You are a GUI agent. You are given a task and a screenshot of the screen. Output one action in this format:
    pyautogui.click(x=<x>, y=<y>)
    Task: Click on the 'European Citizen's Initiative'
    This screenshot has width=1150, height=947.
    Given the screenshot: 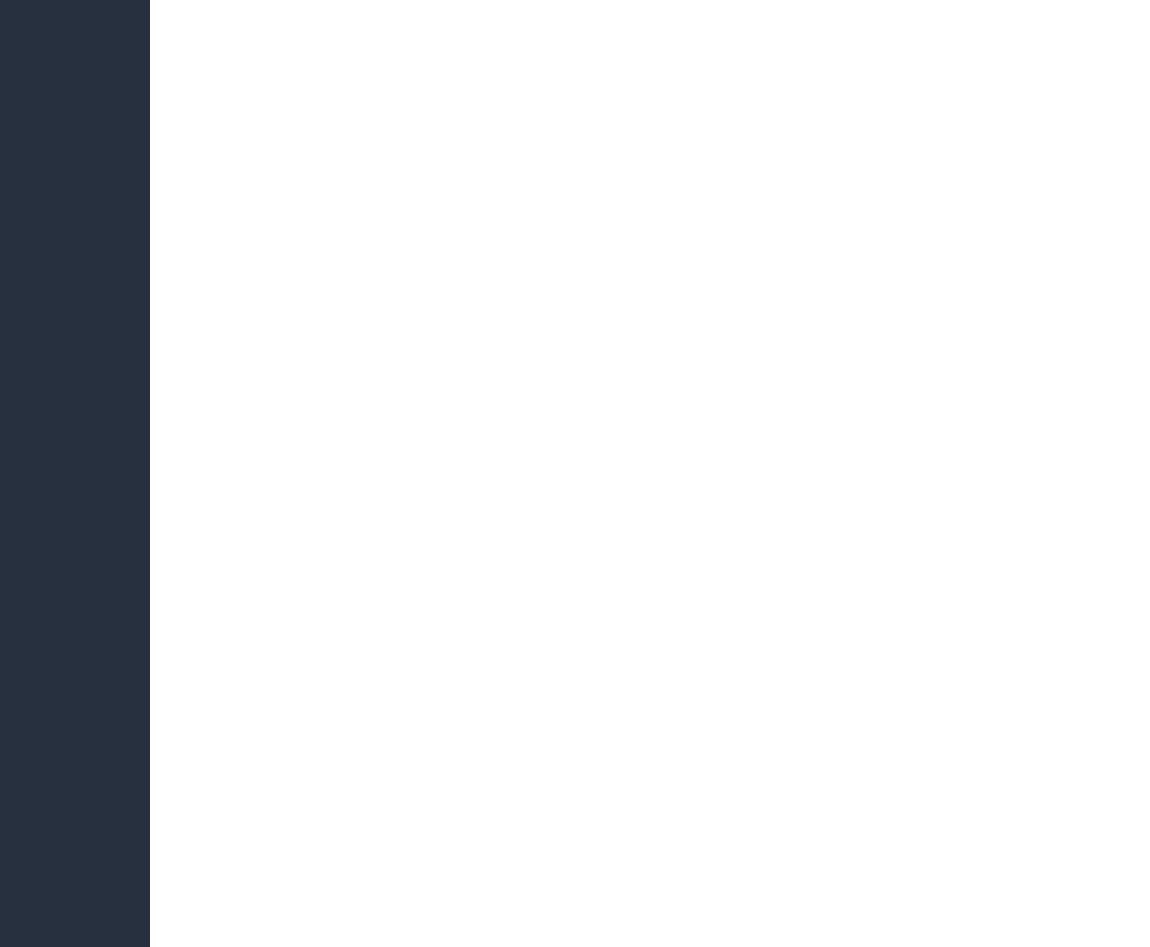 What is the action you would take?
    pyautogui.click(x=848, y=72)
    